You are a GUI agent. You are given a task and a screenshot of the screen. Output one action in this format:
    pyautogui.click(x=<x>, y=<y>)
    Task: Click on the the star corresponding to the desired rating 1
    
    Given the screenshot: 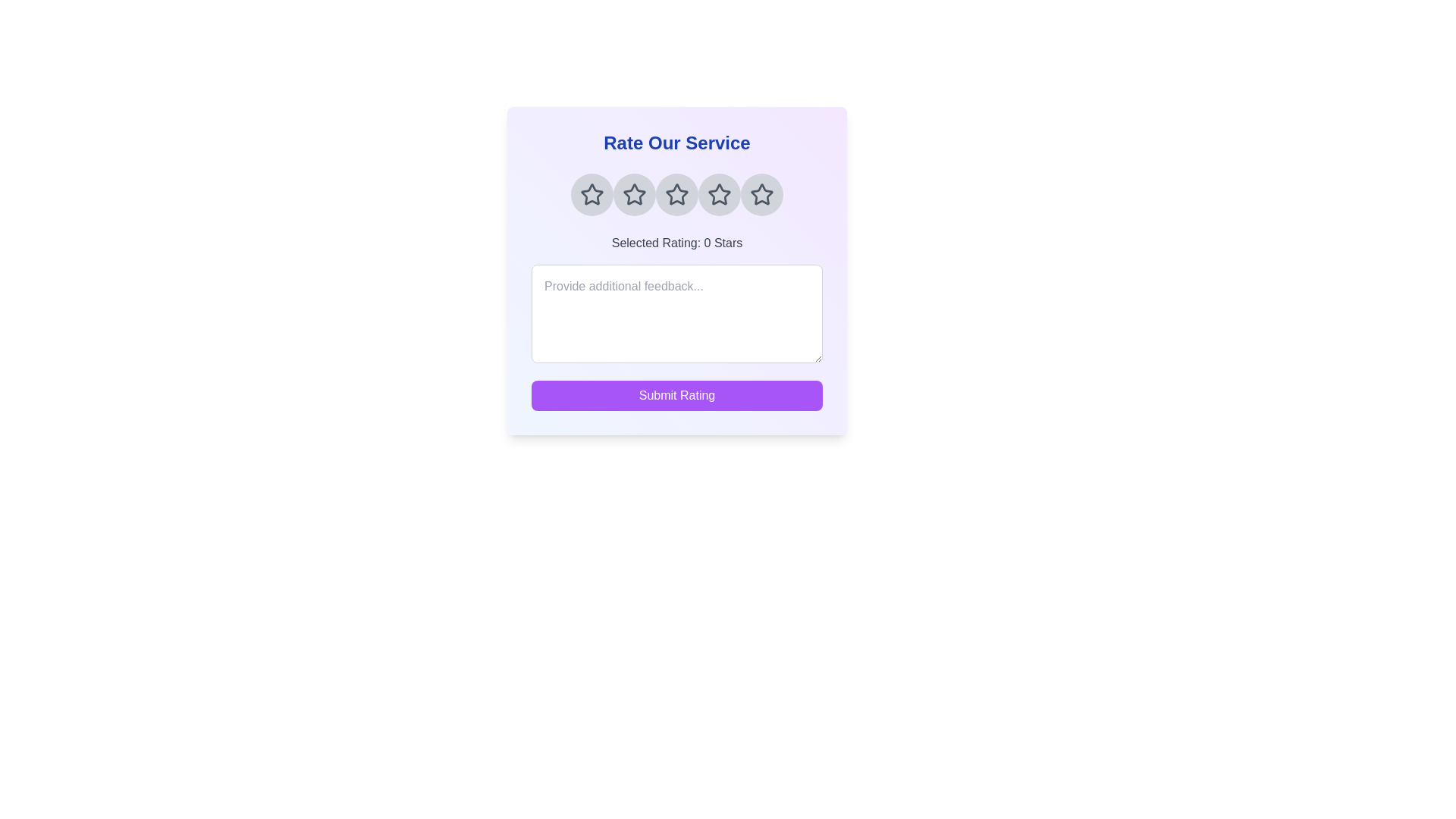 What is the action you would take?
    pyautogui.click(x=591, y=194)
    